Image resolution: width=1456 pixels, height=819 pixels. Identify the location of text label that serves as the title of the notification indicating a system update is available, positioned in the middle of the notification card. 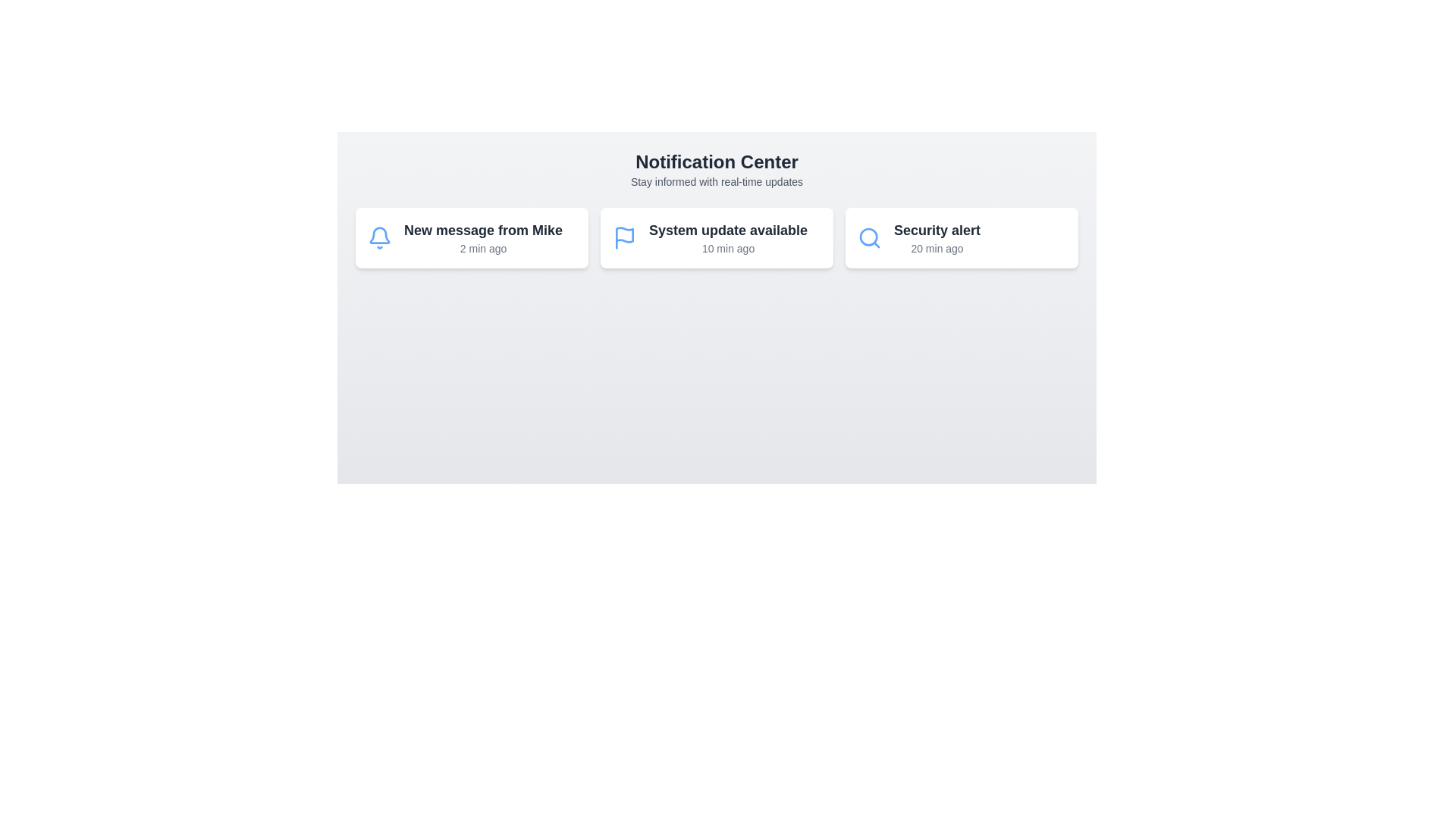
(728, 231).